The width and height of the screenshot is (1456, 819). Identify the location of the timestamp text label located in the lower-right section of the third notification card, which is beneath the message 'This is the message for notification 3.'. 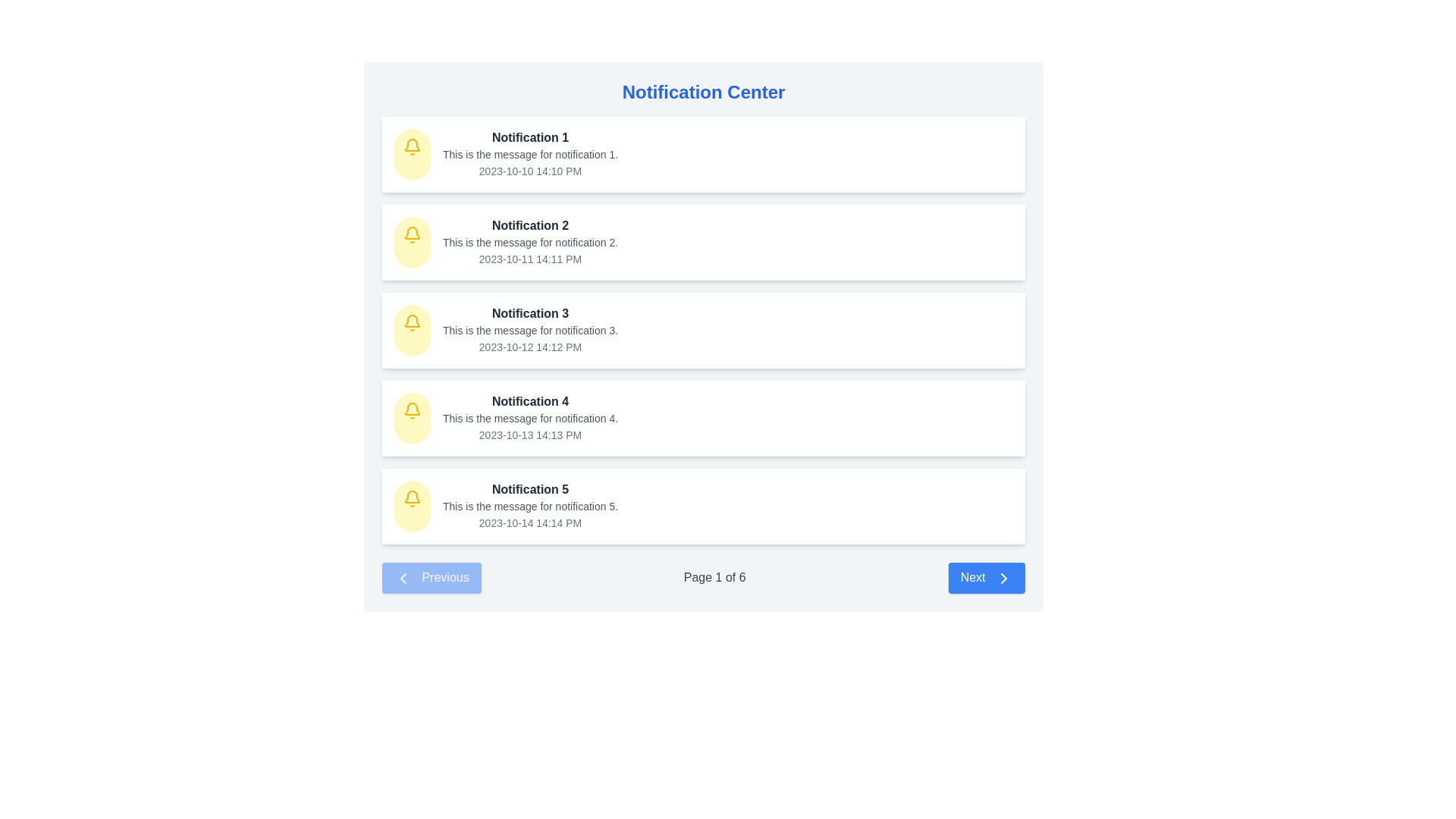
(530, 347).